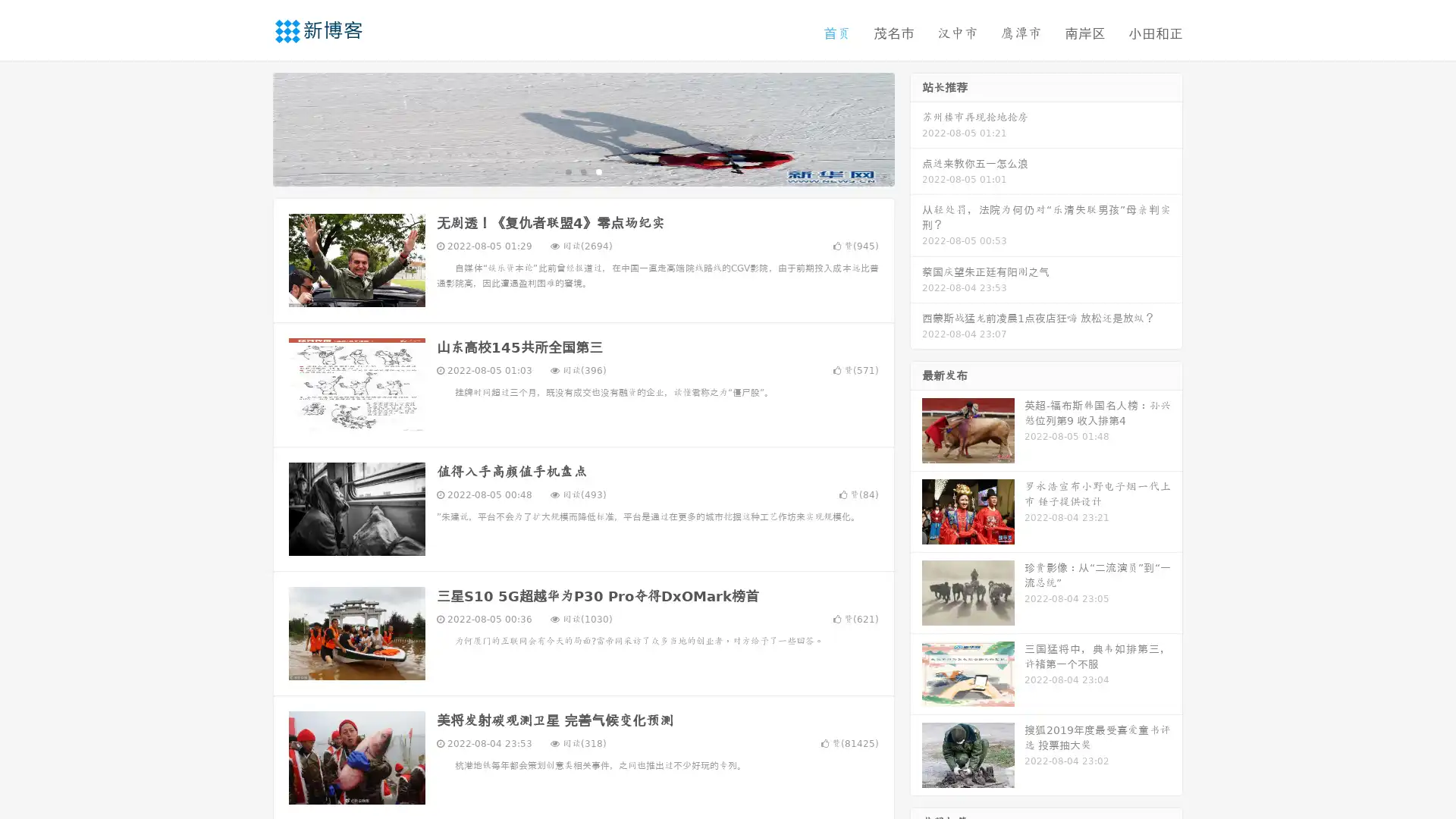  Describe the element at coordinates (582, 171) in the screenshot. I see `Go to slide 2` at that location.